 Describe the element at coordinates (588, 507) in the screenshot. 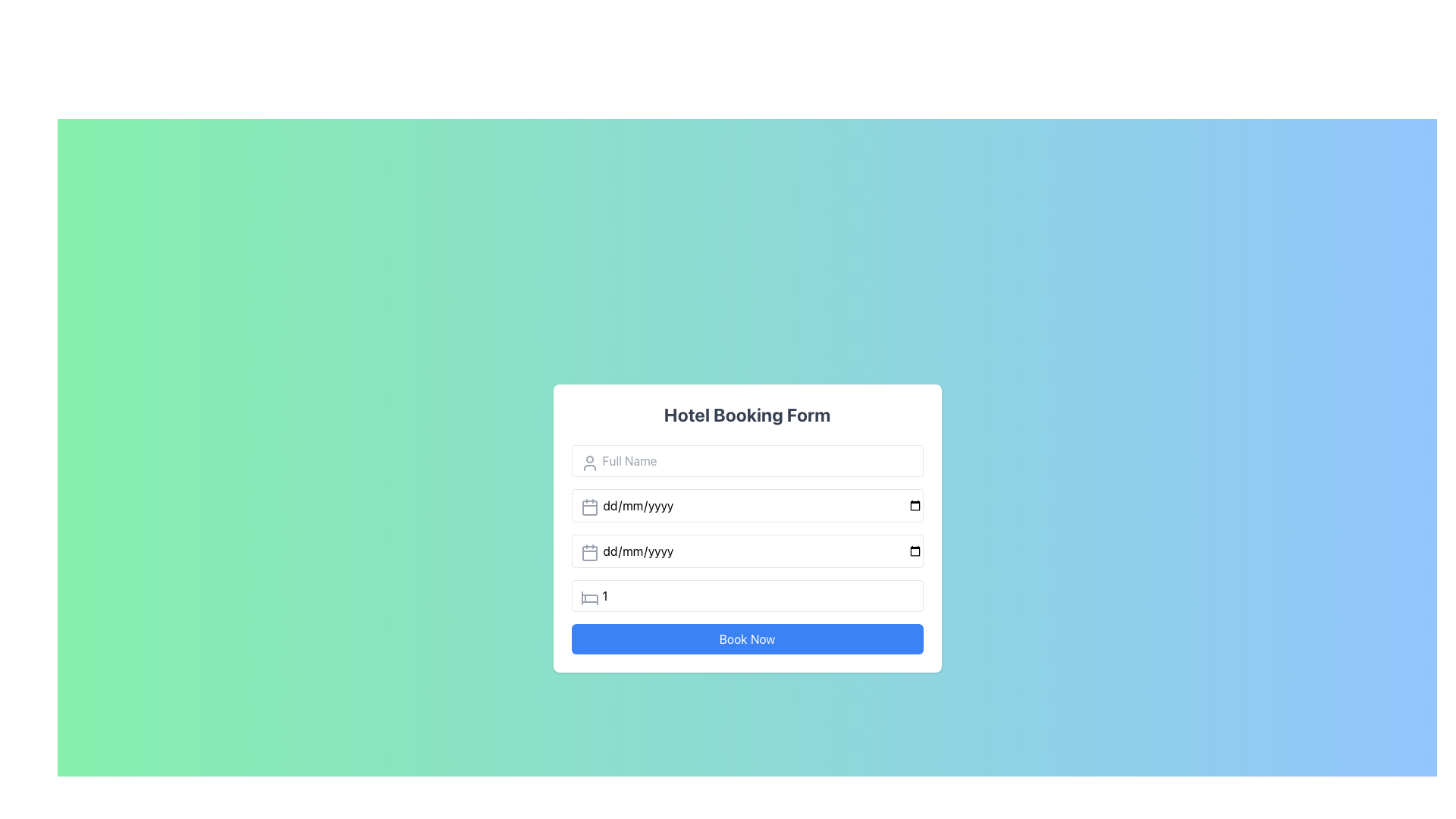

I see `the interactive calendar picker icon located to the left of the first date text field` at that location.